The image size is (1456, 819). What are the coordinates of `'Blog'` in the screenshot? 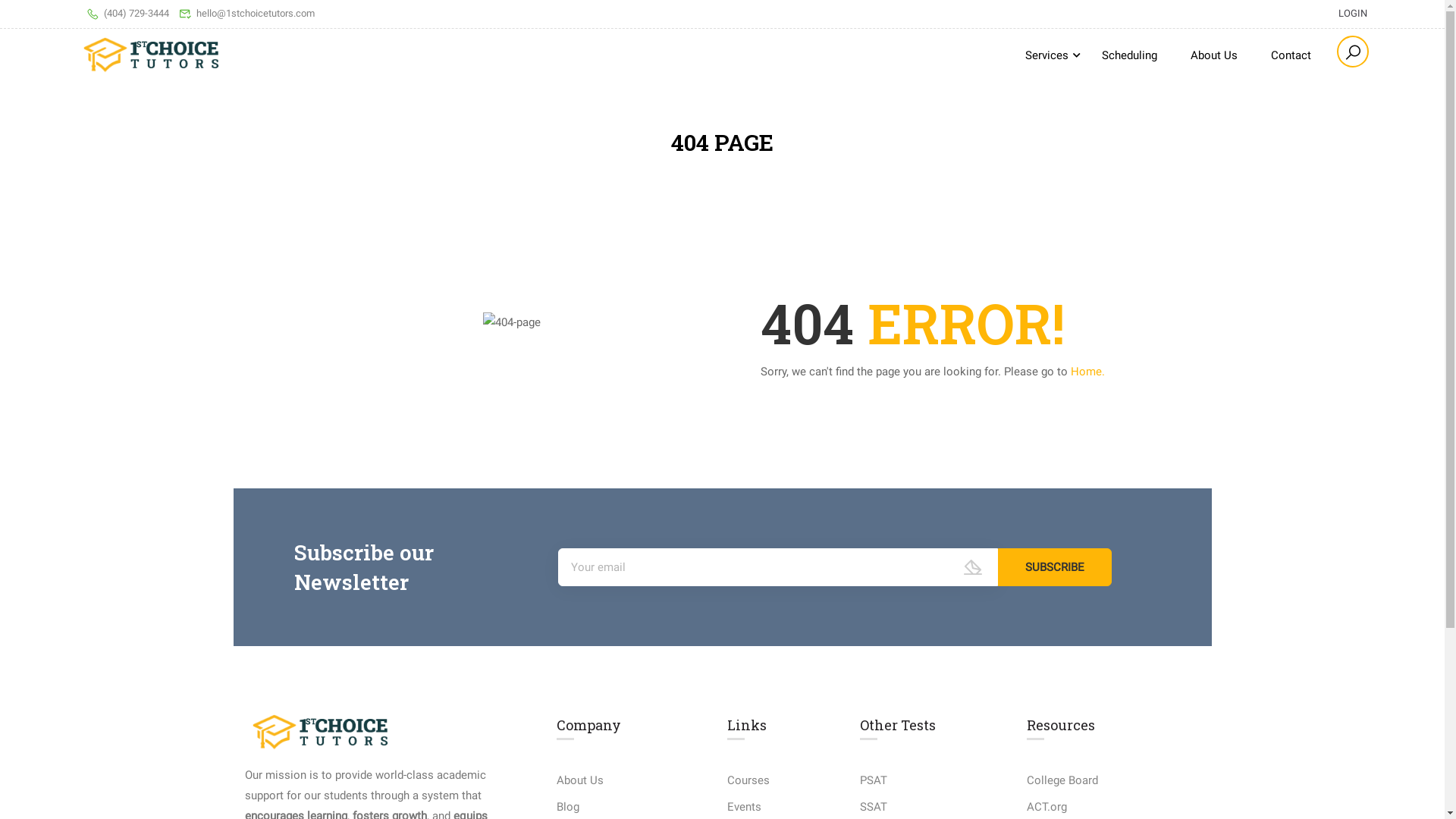 It's located at (566, 806).